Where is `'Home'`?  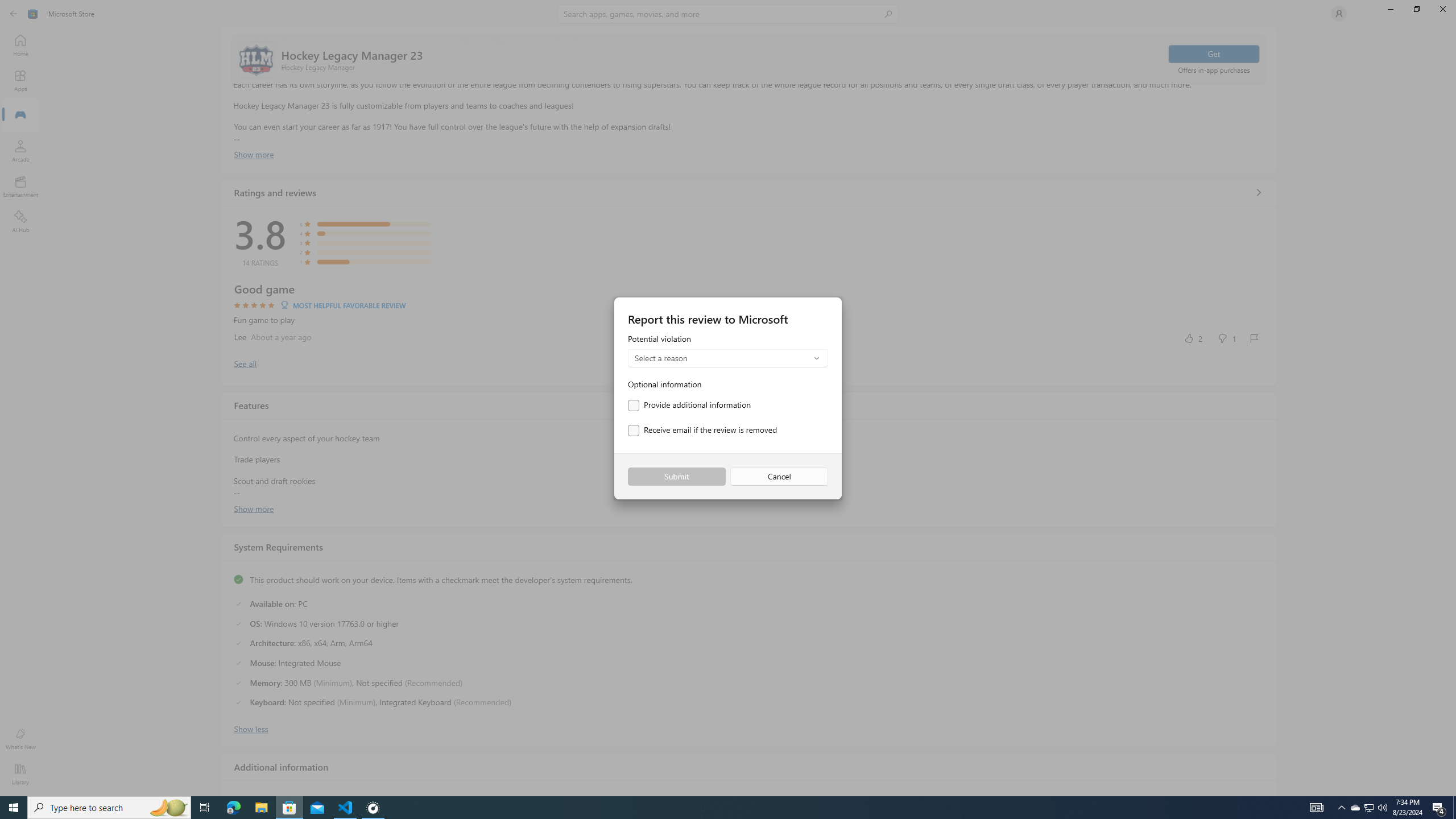 'Home' is located at coordinates (19, 44).